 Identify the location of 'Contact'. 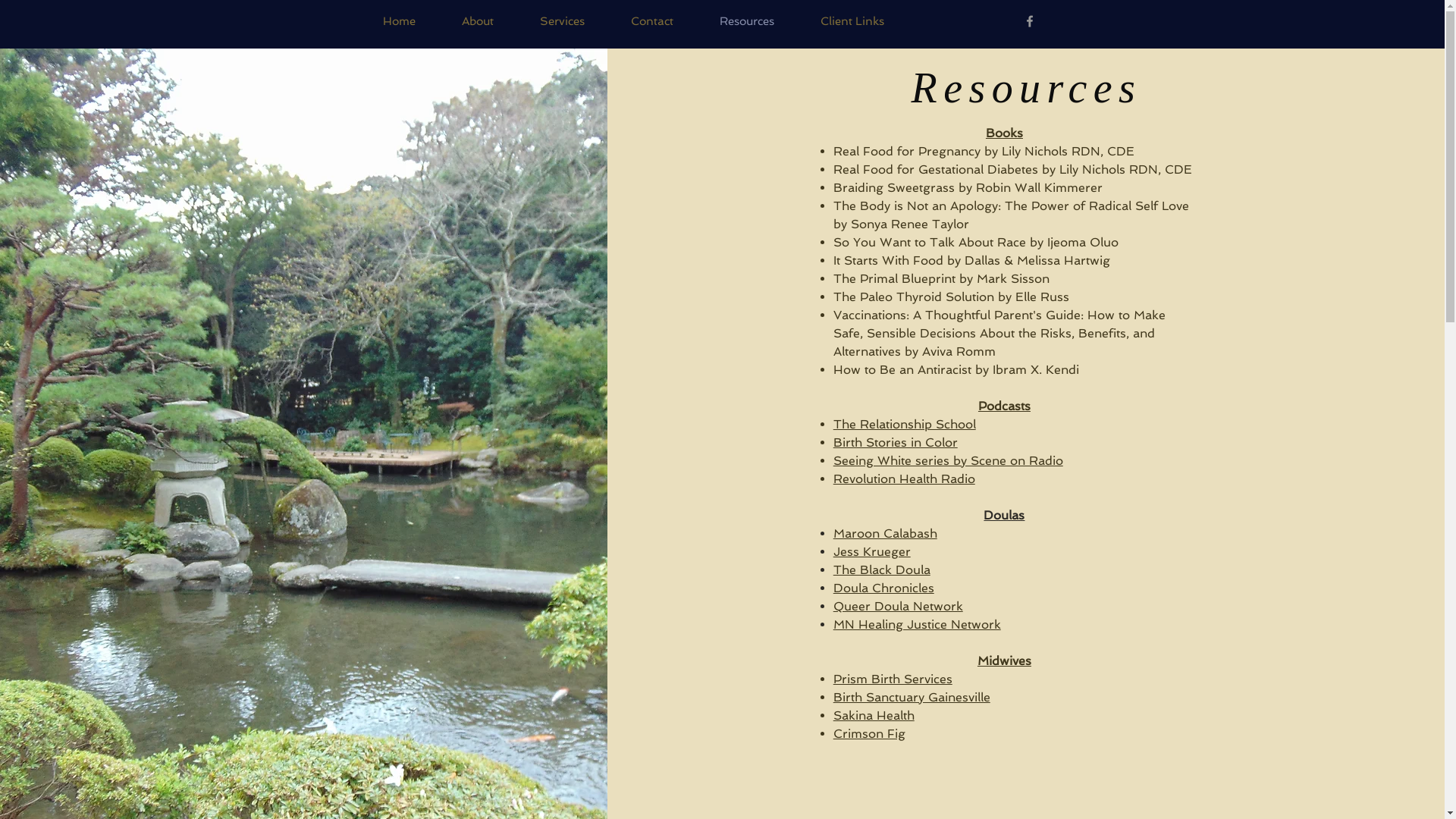
(652, 20).